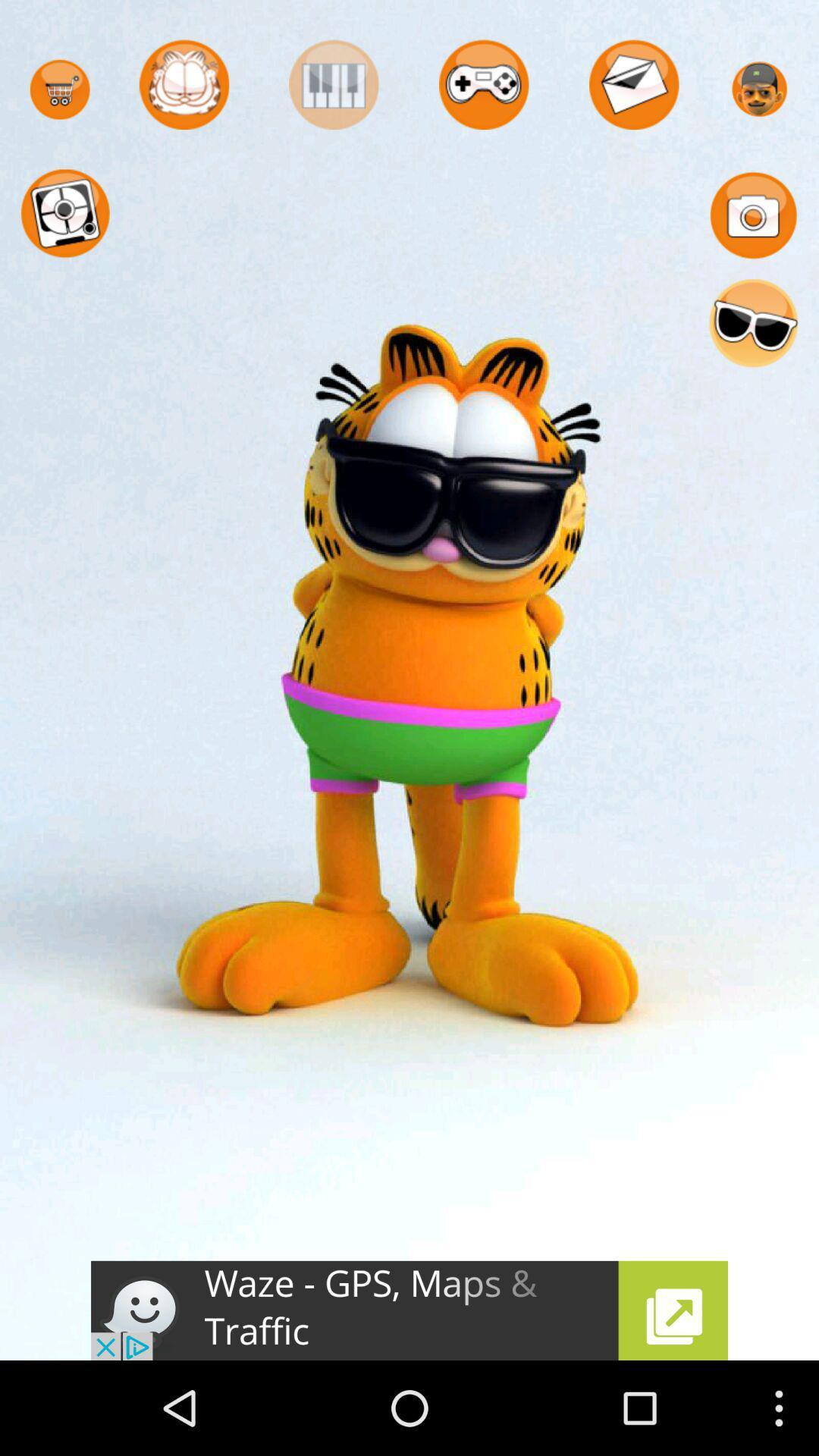  Describe the element at coordinates (753, 346) in the screenshot. I see `the emoji icon` at that location.